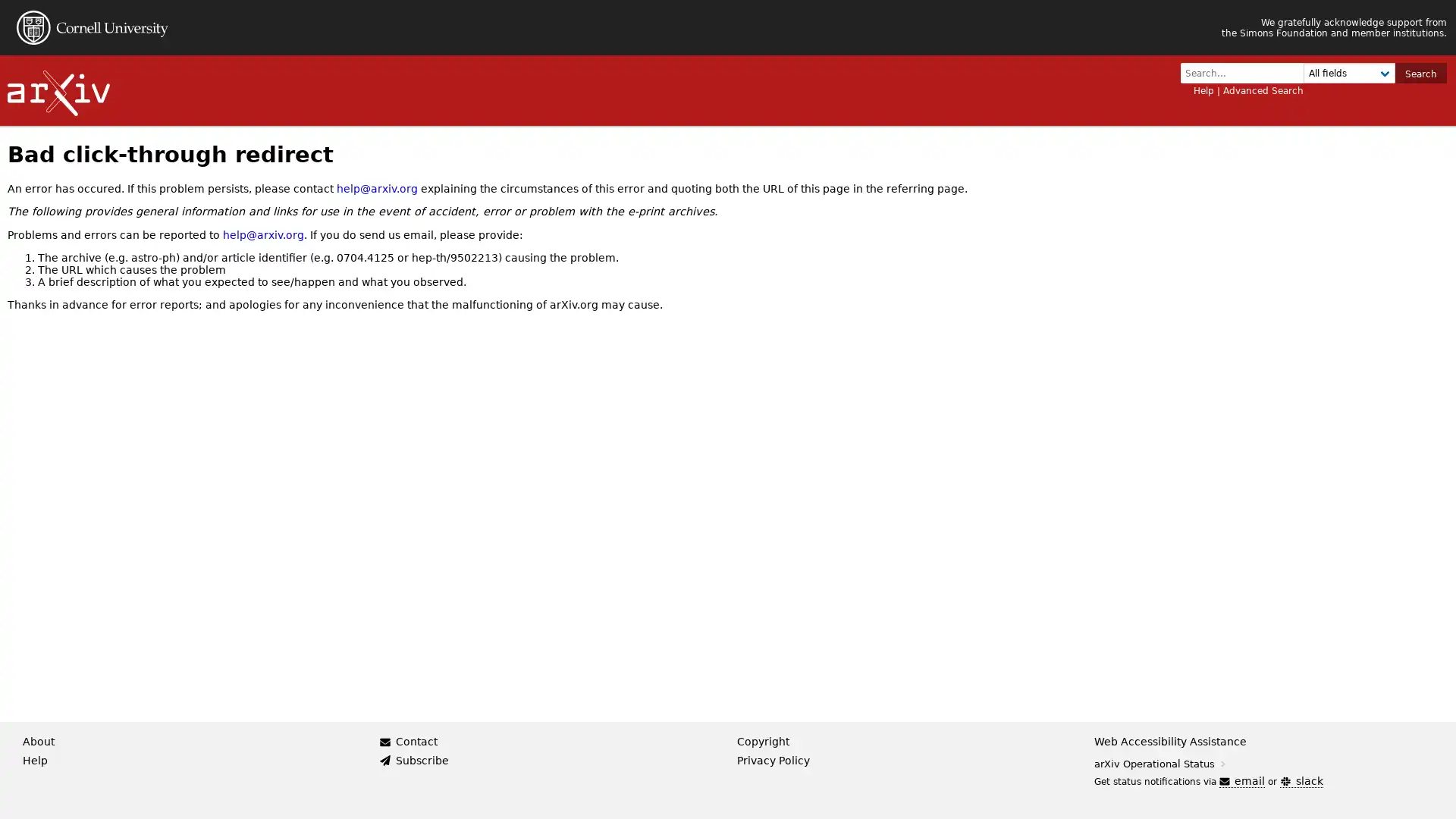 The image size is (1456, 819). I want to click on Search, so click(1420, 73).